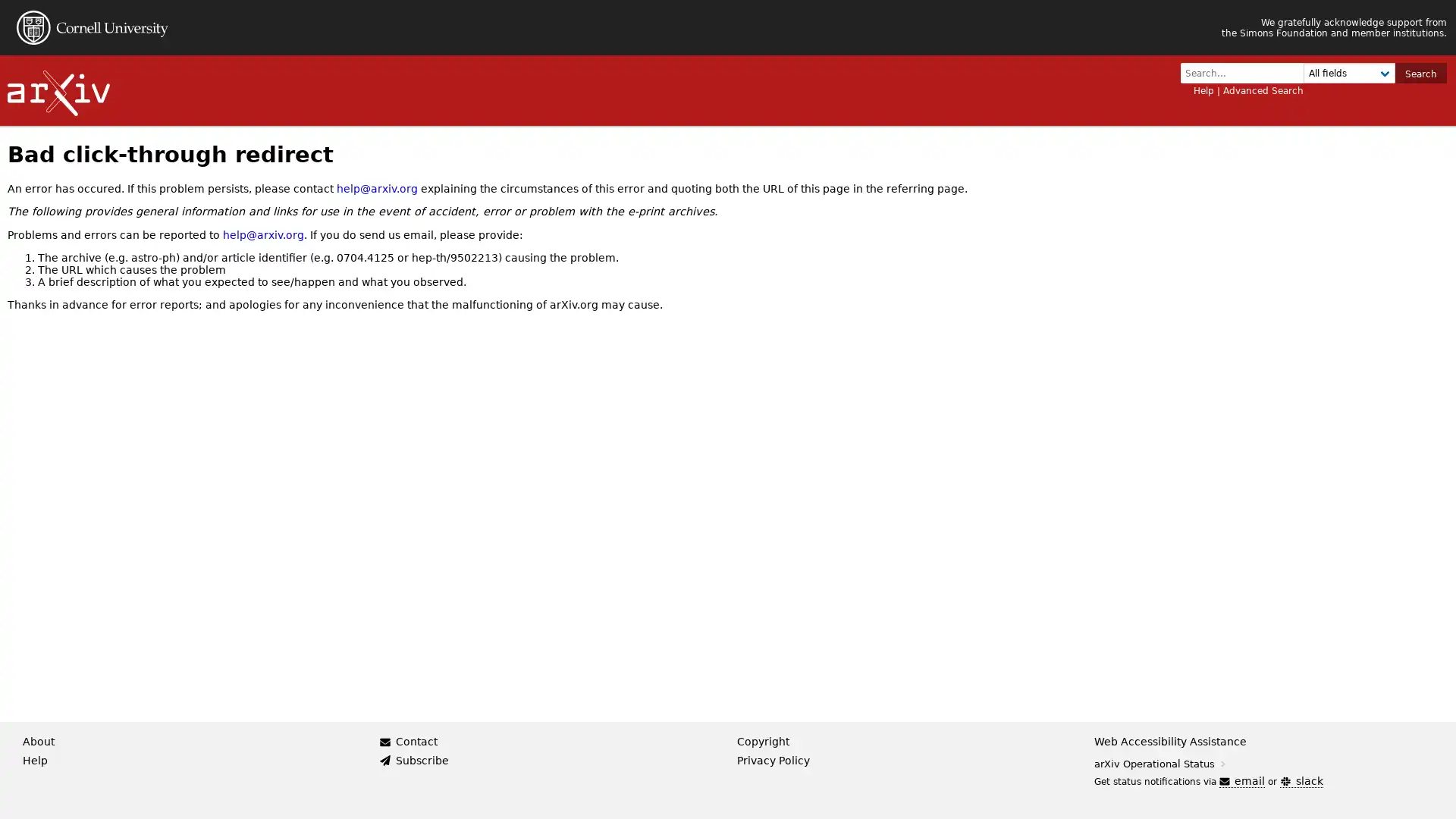 The image size is (1456, 819). I want to click on Search, so click(1420, 73).